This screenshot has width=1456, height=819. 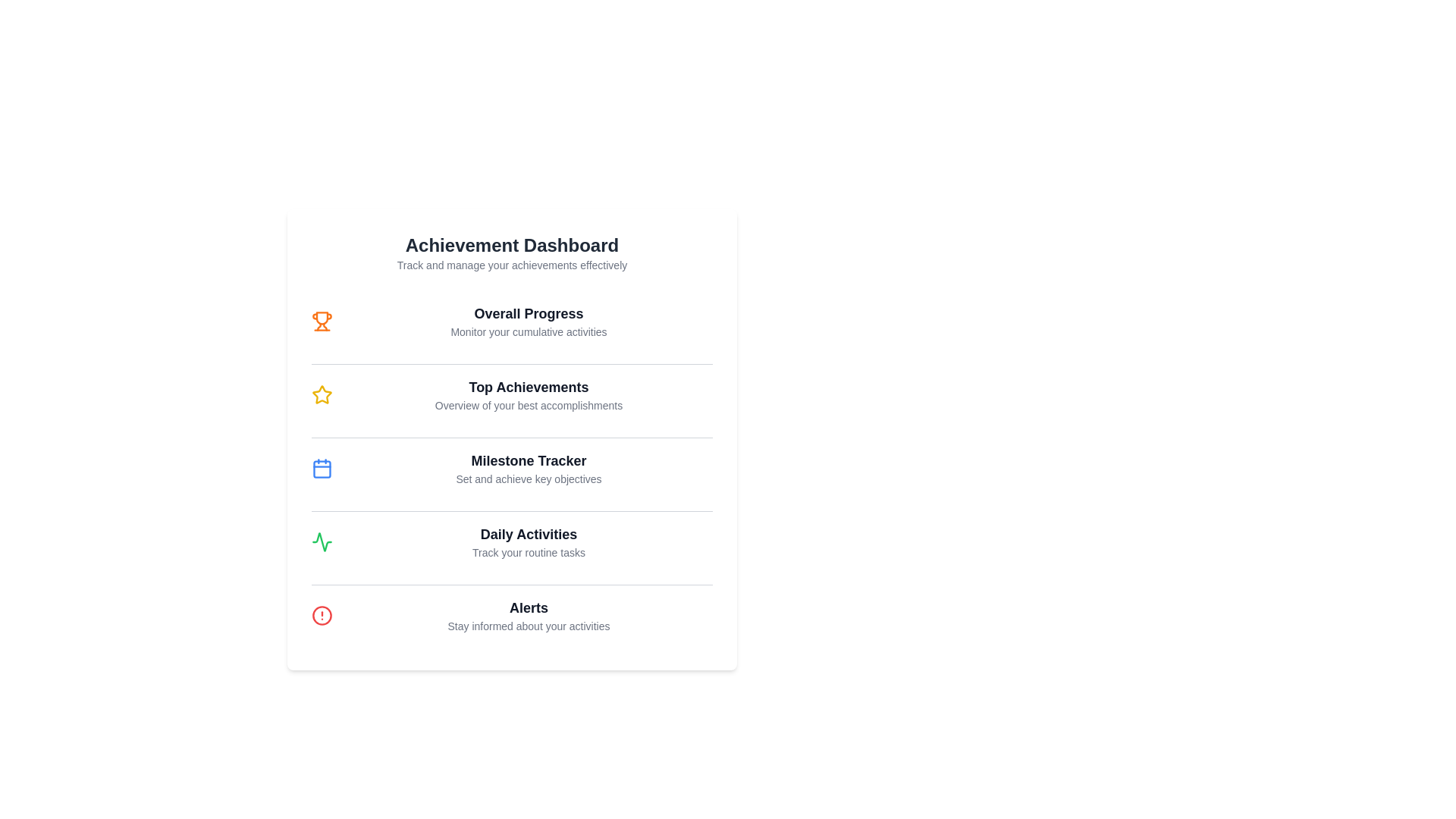 I want to click on the blue calendar icon located to the left of the 'Milestone Tracker' text, which is the first element in that grouping under the 'Top Achievements' section, so click(x=322, y=467).